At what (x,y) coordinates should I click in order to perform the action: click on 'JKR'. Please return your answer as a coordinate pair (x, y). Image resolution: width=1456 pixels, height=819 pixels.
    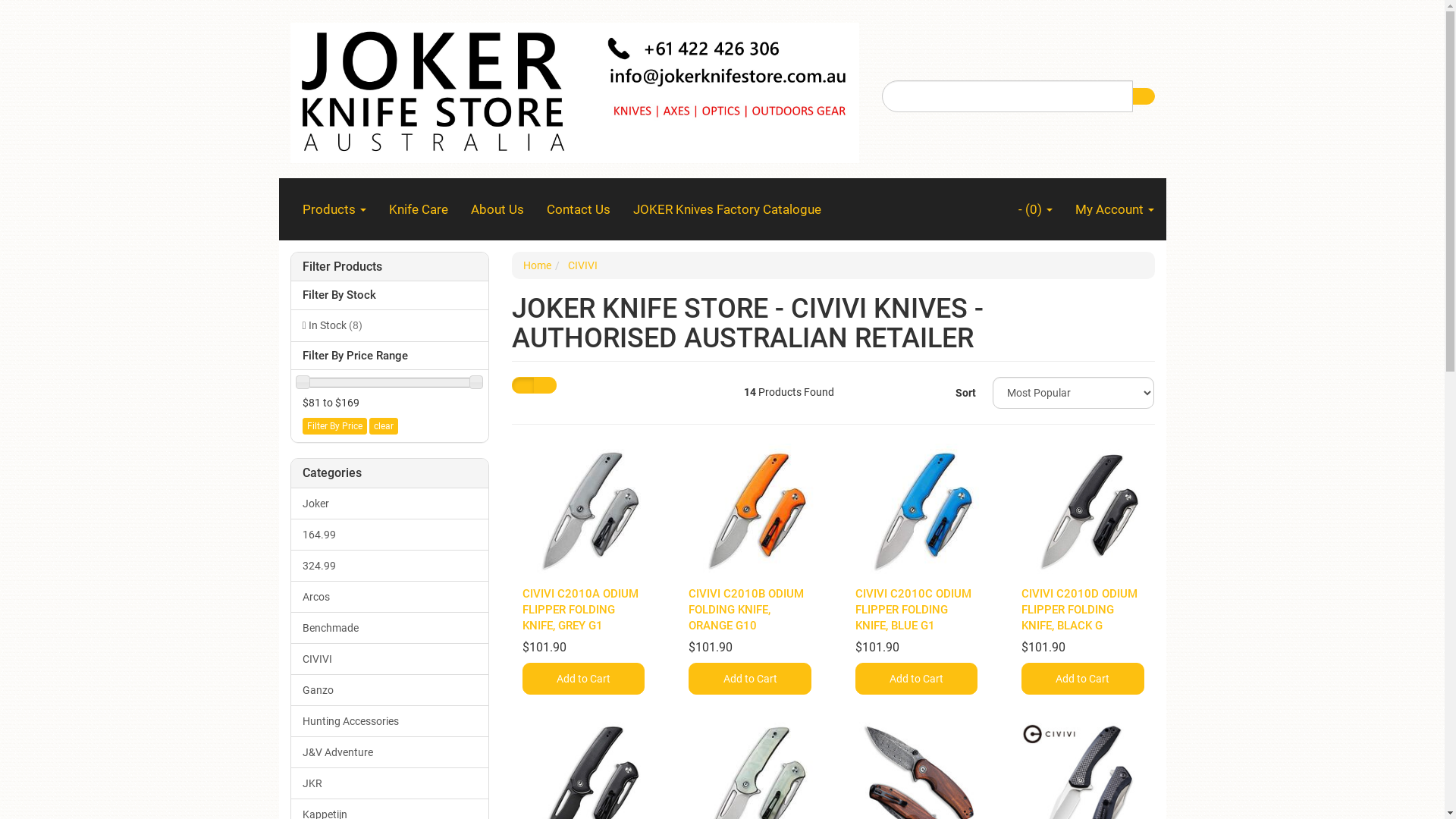
    Looking at the image, I should click on (390, 783).